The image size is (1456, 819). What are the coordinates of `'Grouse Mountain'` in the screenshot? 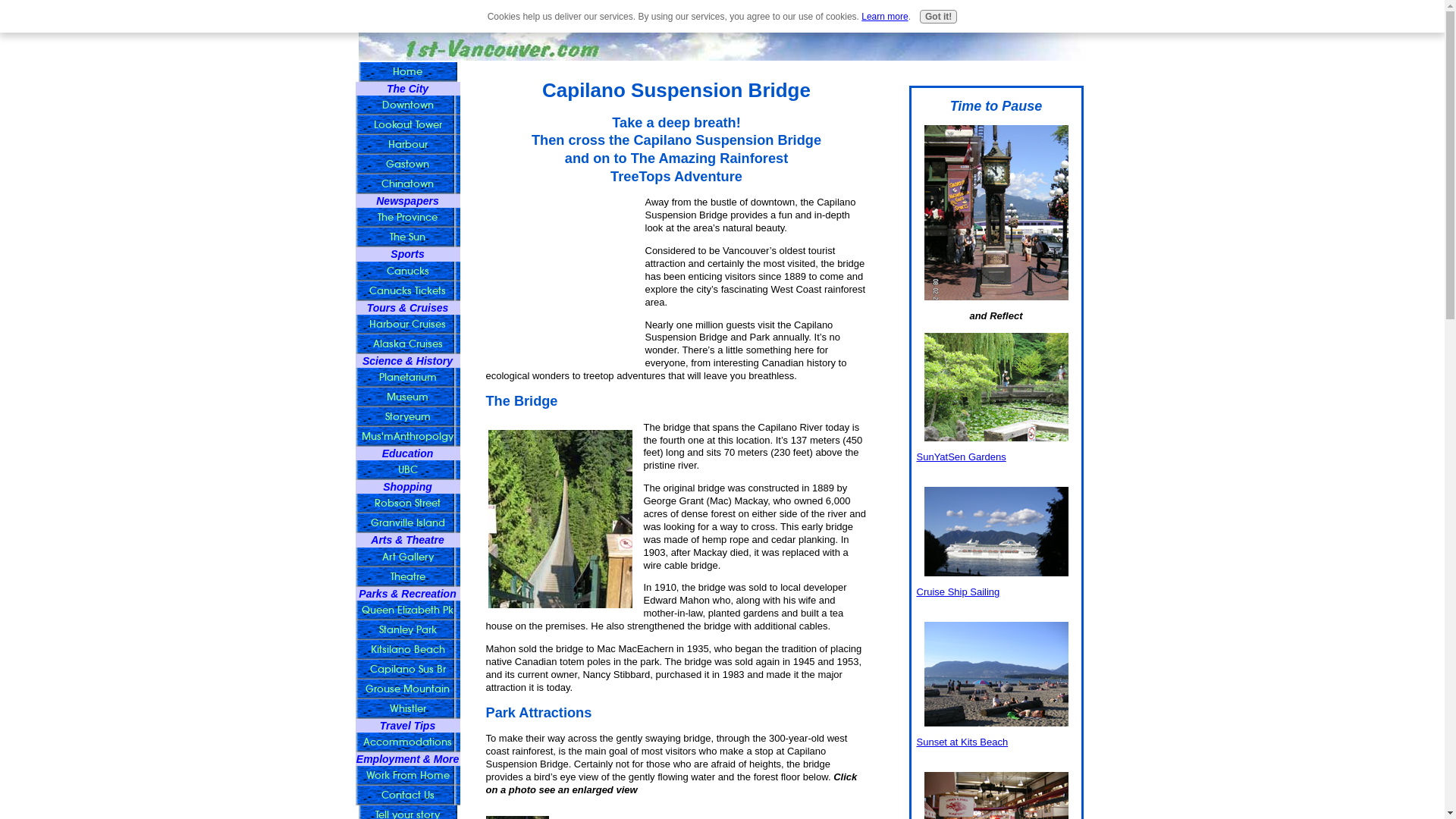 It's located at (407, 689).